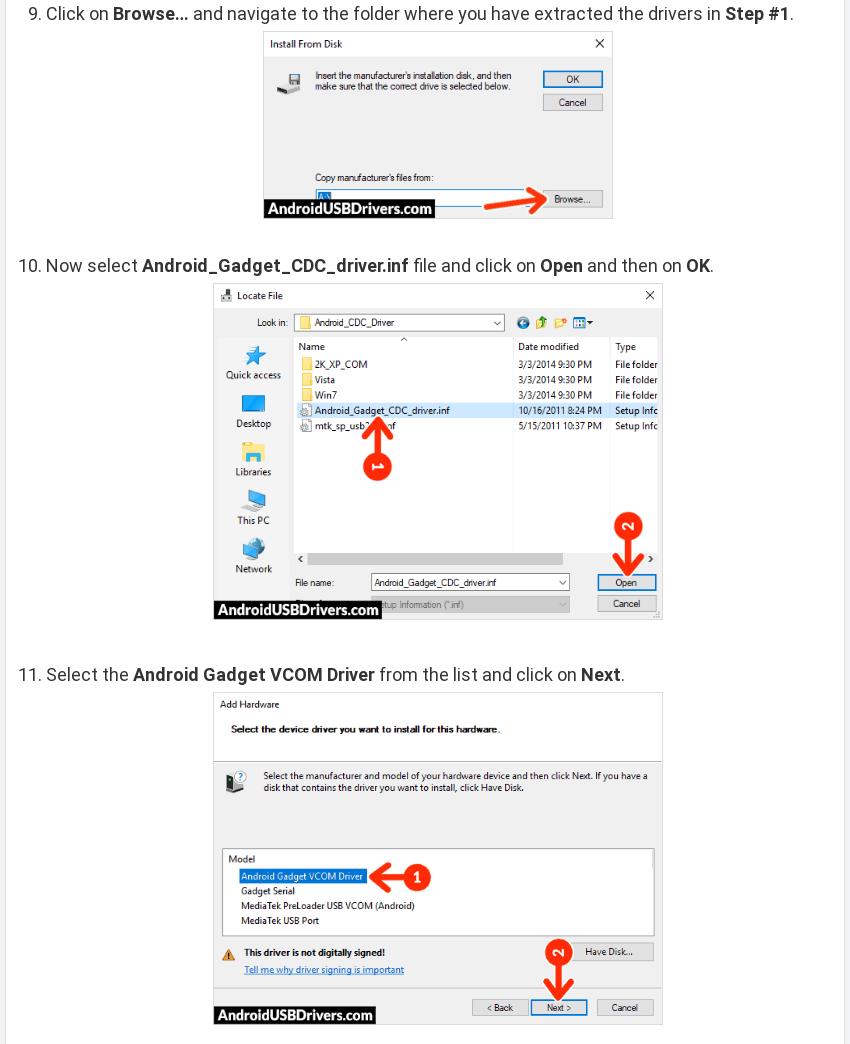  I want to click on 'Now select', so click(93, 263).